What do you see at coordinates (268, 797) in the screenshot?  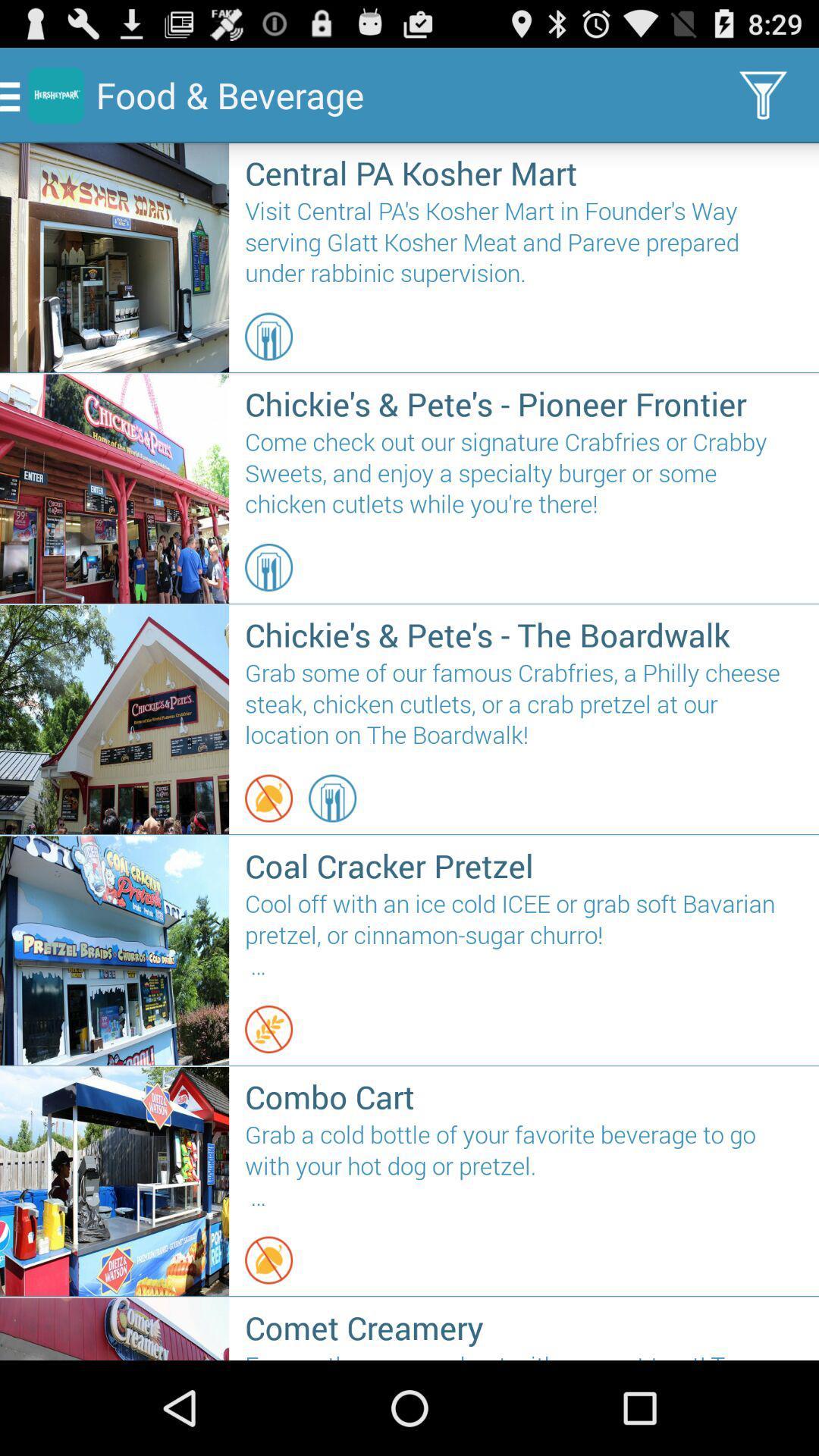 I see `item above coal cracker pretzel item` at bounding box center [268, 797].